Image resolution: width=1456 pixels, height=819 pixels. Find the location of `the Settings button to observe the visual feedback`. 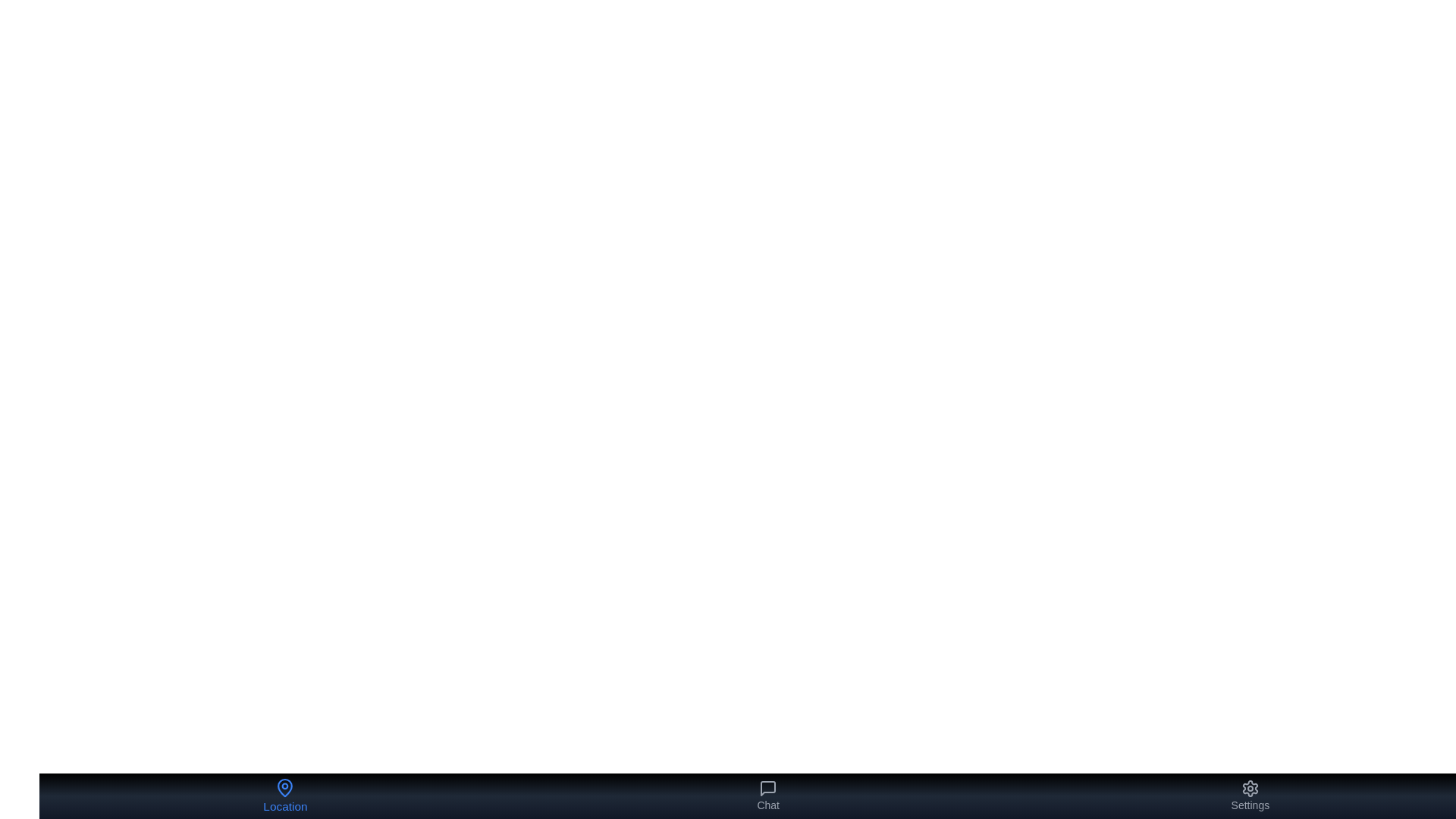

the Settings button to observe the visual feedback is located at coordinates (1250, 795).